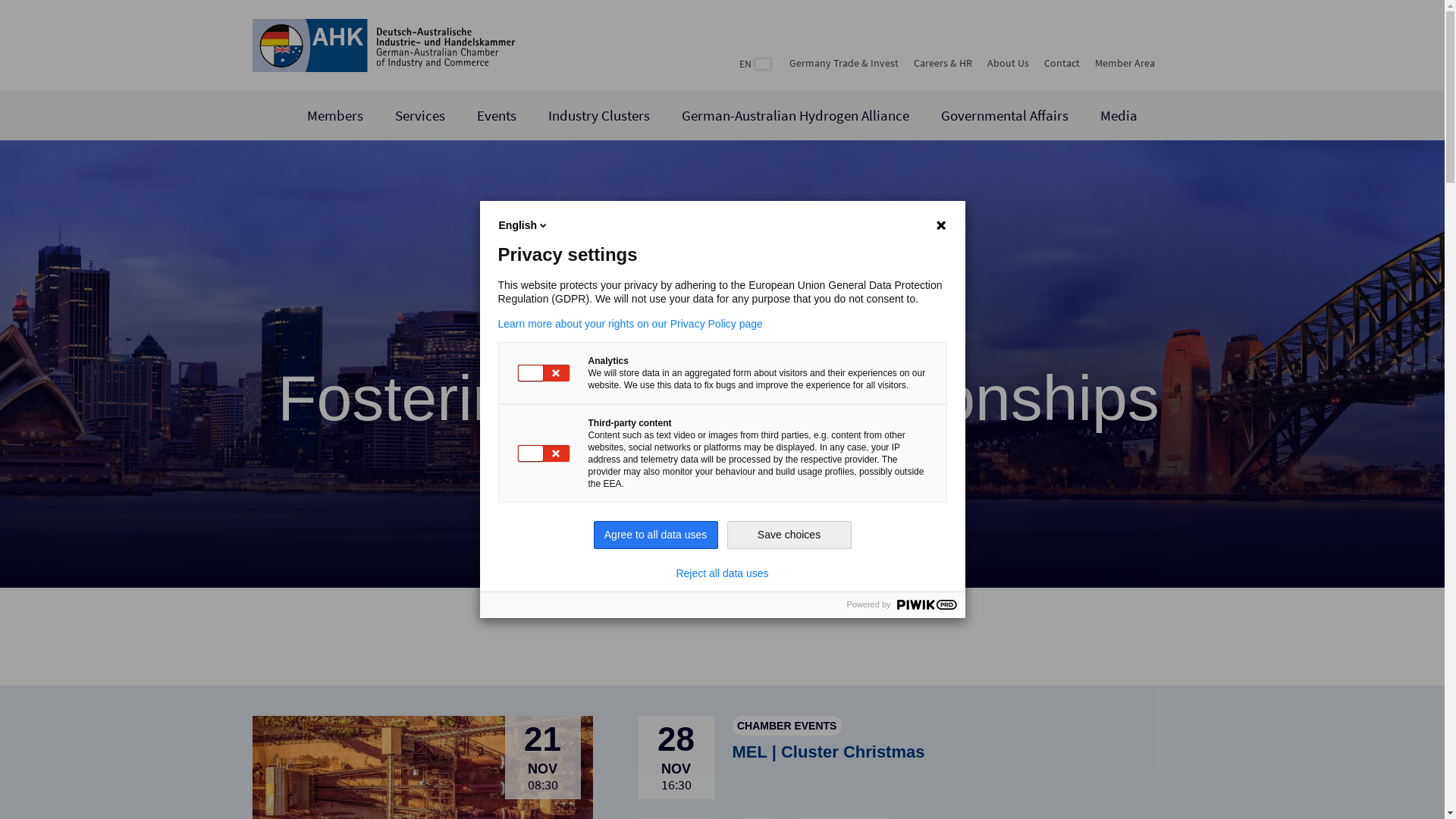 Image resolution: width=1456 pixels, height=819 pixels. I want to click on 'Governmental Affairs', so click(1004, 115).